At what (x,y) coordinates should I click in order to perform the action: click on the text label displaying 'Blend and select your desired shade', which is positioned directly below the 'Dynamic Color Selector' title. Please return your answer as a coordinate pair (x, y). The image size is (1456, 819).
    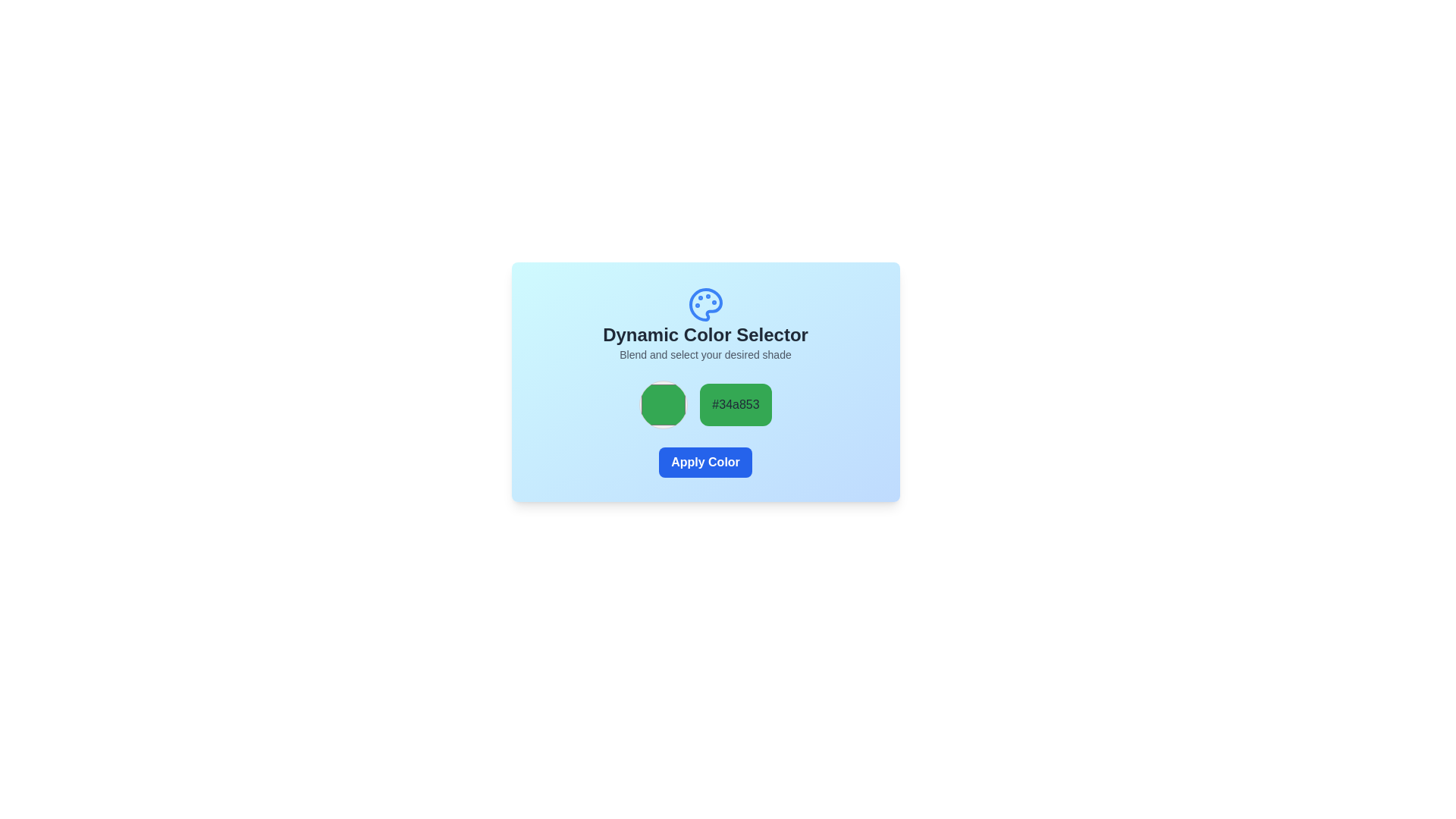
    Looking at the image, I should click on (704, 354).